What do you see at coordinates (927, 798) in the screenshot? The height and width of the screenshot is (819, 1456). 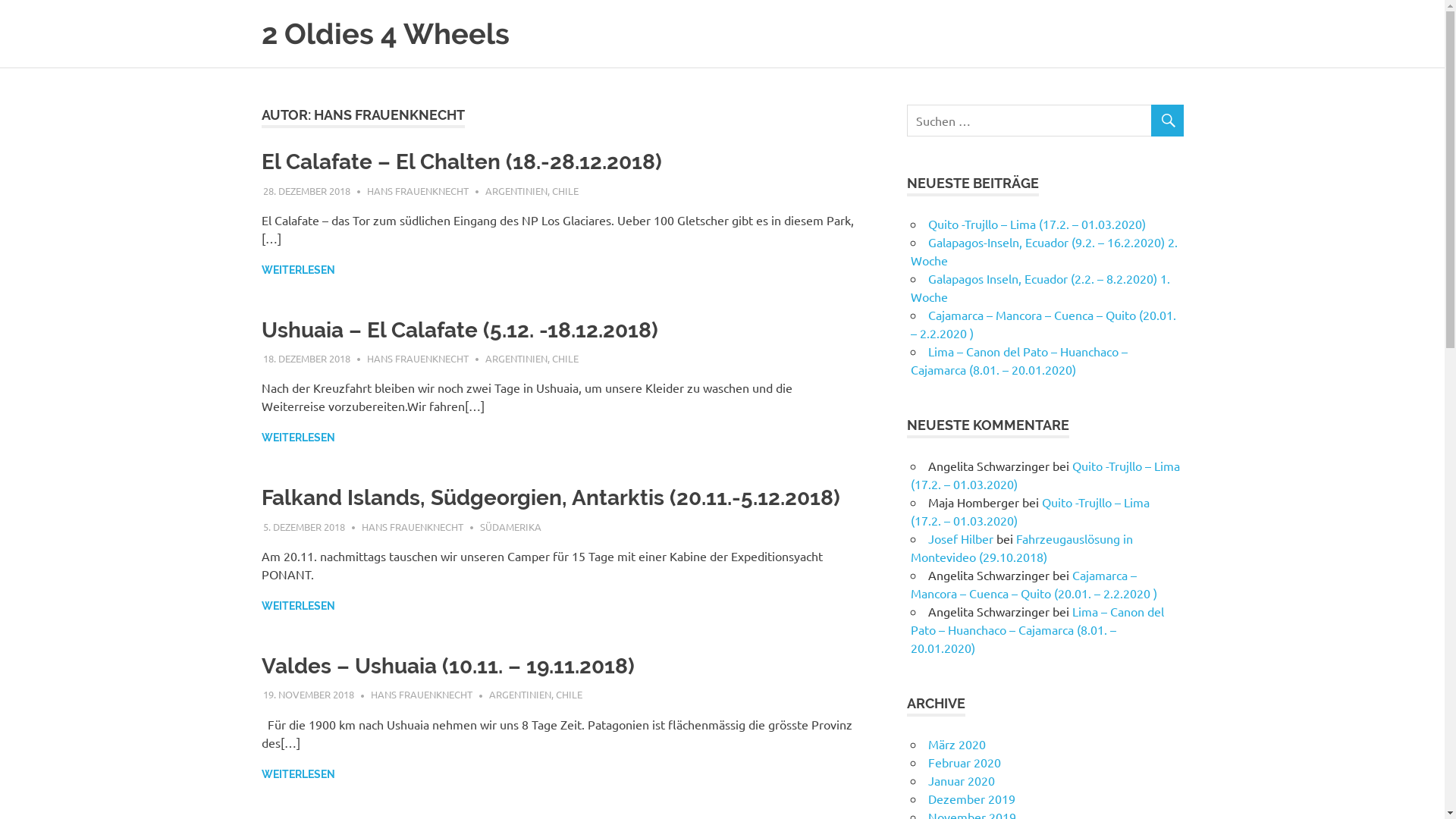 I see `'Dezember 2019'` at bounding box center [927, 798].